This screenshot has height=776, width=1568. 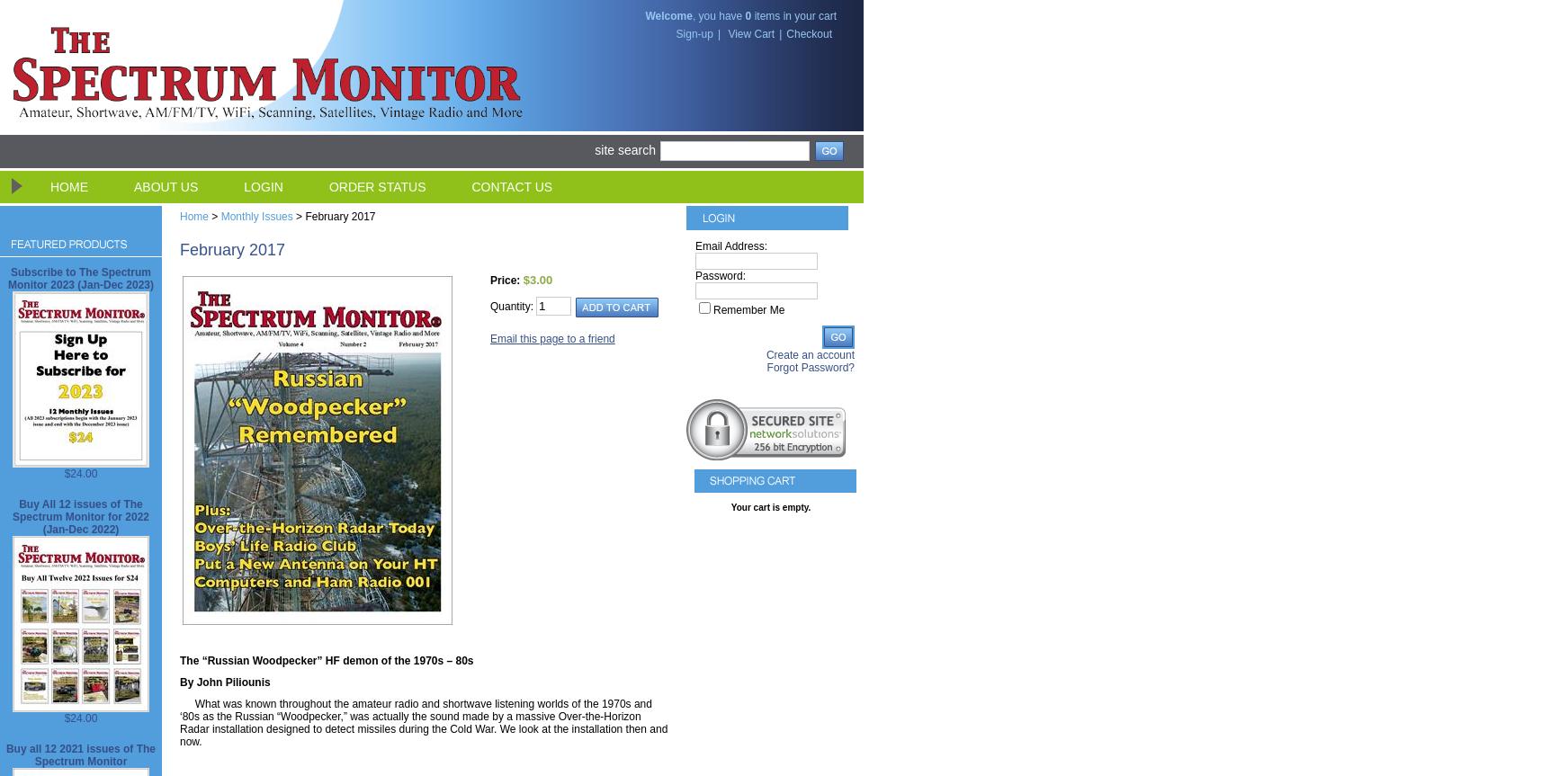 What do you see at coordinates (79, 517) in the screenshot?
I see `'Buy All 12 issues of The Spectrum Monitor for 2022 (Jan-Dec 2022)'` at bounding box center [79, 517].